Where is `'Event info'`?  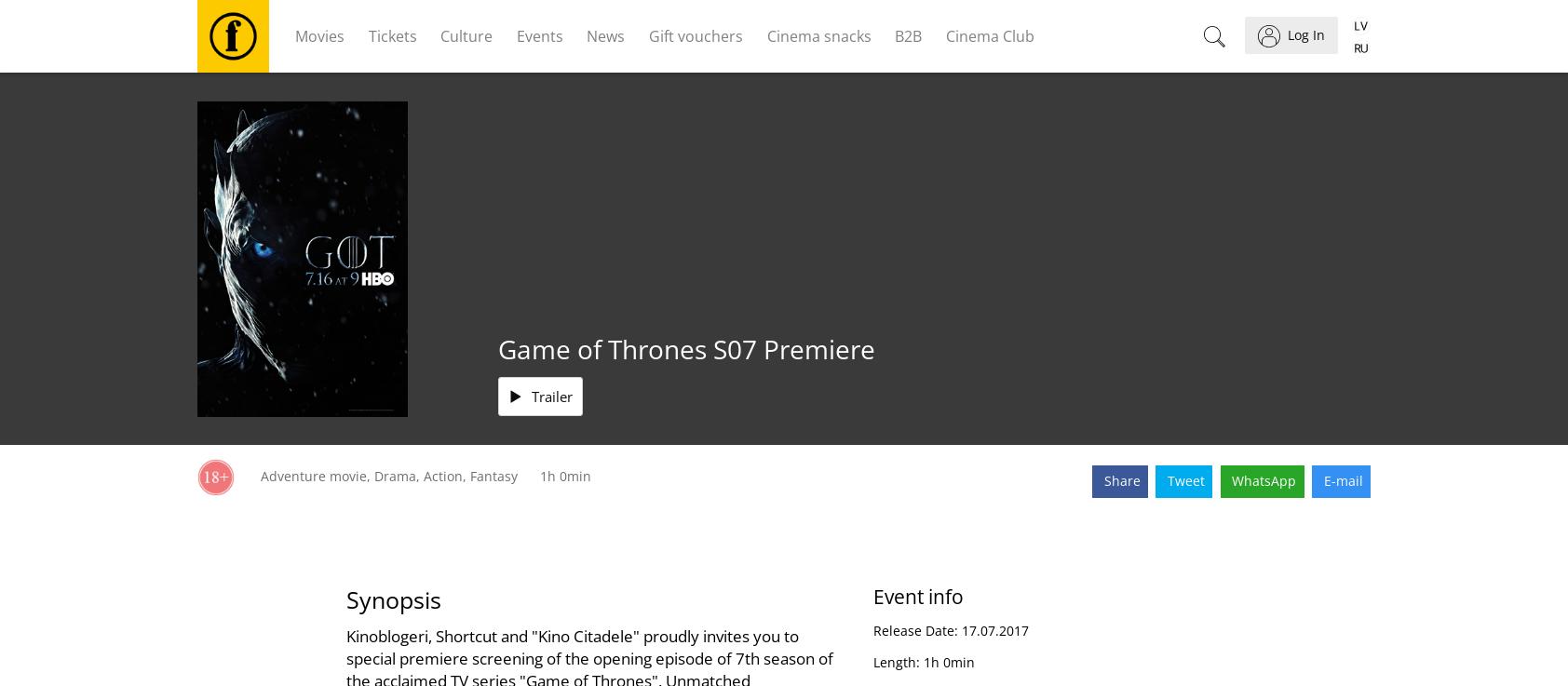 'Event info' is located at coordinates (916, 596).